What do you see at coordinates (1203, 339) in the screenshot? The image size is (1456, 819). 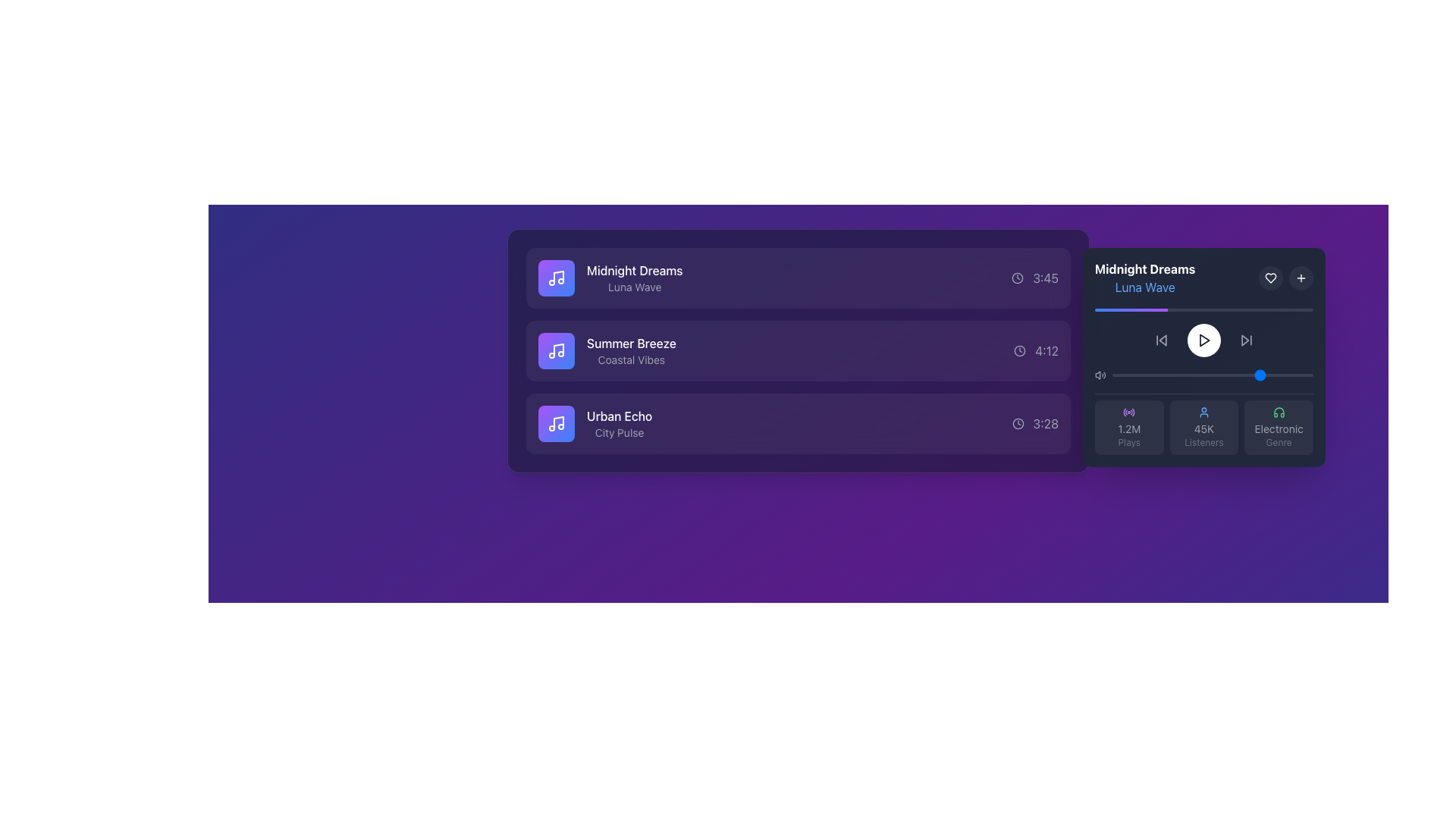 I see `the triangular play icon button, which is part of a circular button structure in the music player section` at bounding box center [1203, 339].